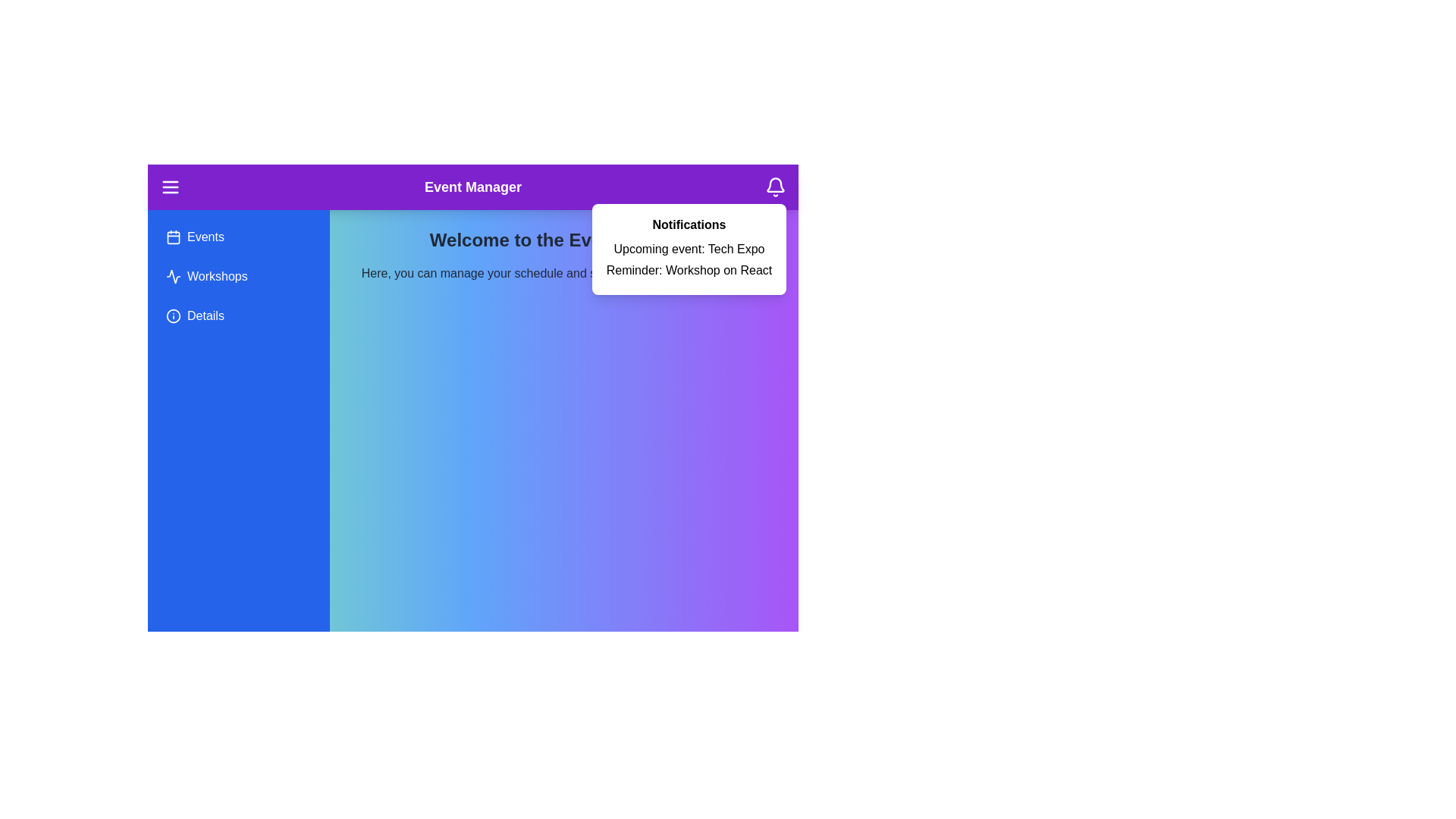 The image size is (1456, 819). What do you see at coordinates (171, 186) in the screenshot?
I see `the menu icon to toggle the menu visibility` at bounding box center [171, 186].